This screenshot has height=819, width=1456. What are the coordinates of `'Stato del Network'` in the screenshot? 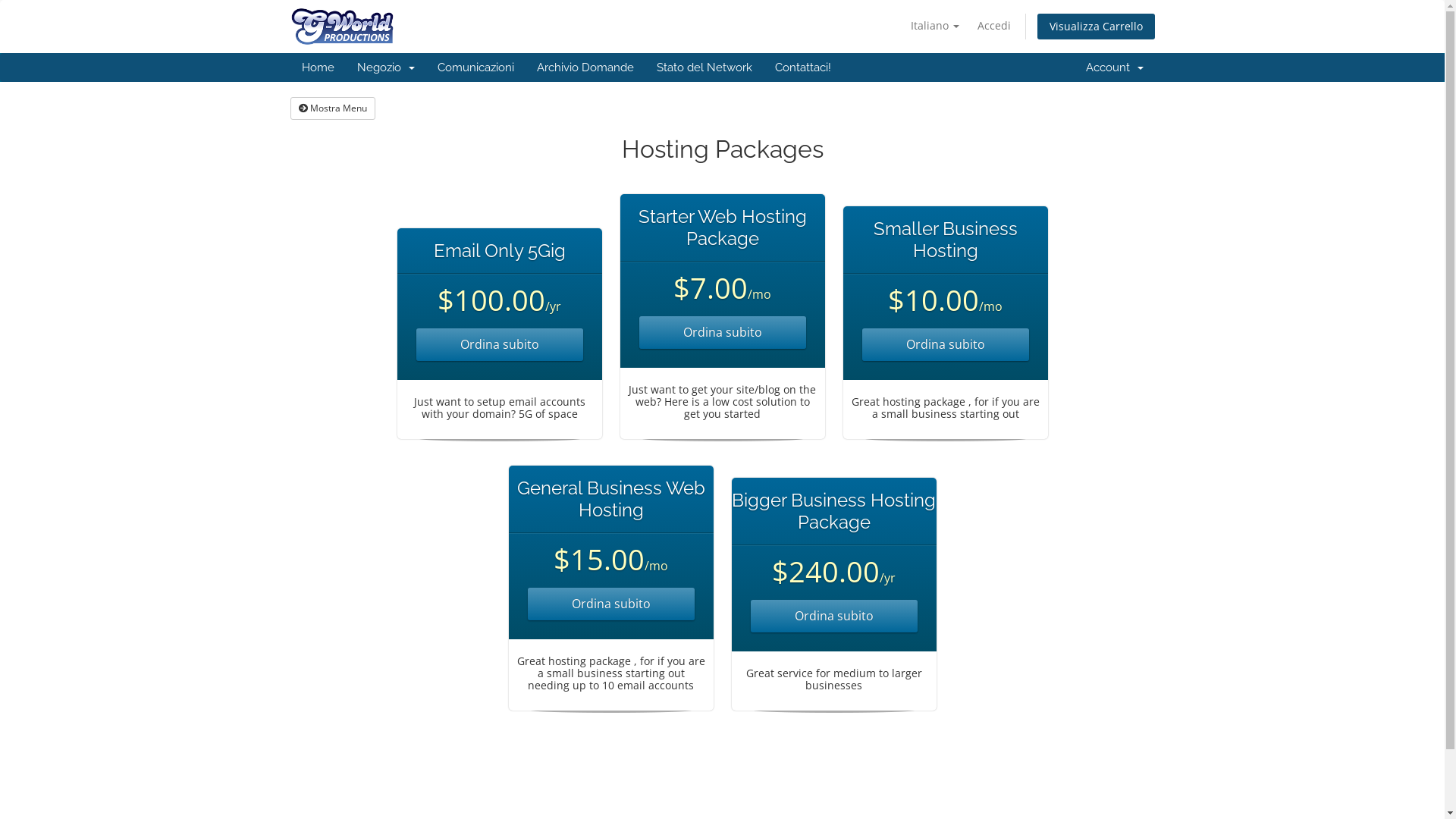 It's located at (702, 66).